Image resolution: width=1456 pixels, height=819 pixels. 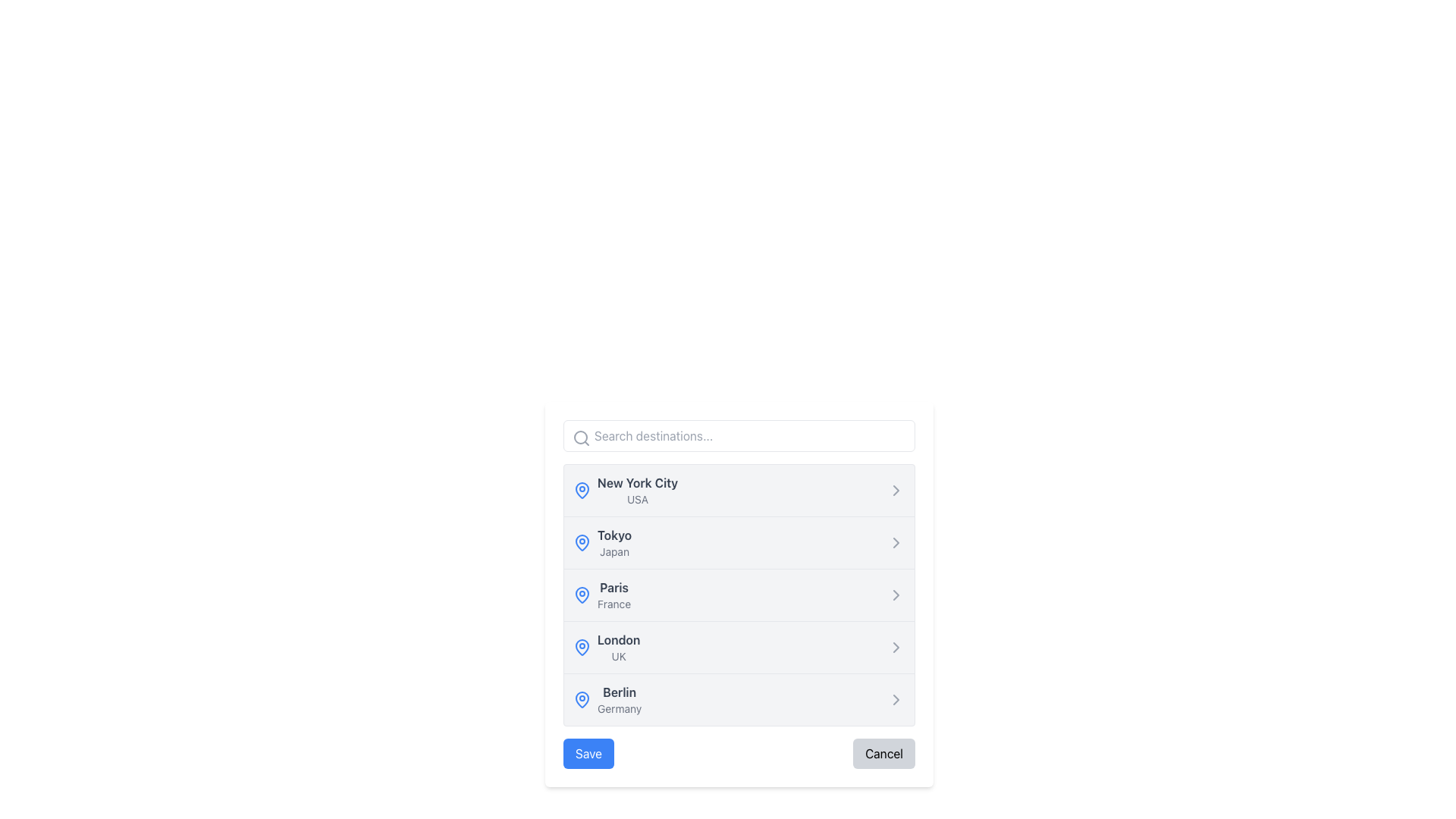 I want to click on the thin right-facing chevron icon in the 'London, UK' list entry, which is styled in gray and is positioned at the far right of the entry, so click(x=896, y=647).